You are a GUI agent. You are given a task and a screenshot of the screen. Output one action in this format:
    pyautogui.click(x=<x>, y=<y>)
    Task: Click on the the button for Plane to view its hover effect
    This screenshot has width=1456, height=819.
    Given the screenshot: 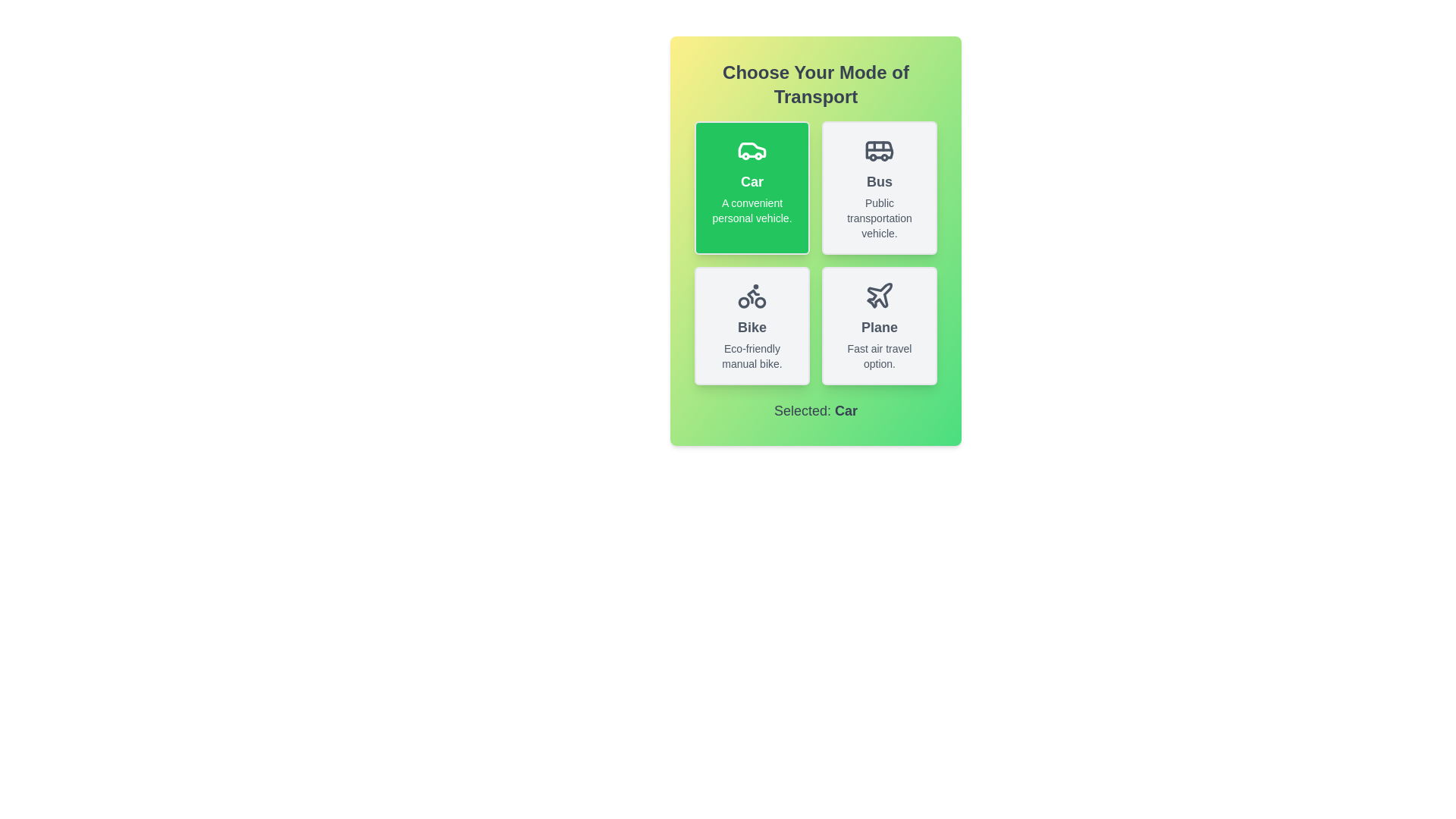 What is the action you would take?
    pyautogui.click(x=880, y=325)
    